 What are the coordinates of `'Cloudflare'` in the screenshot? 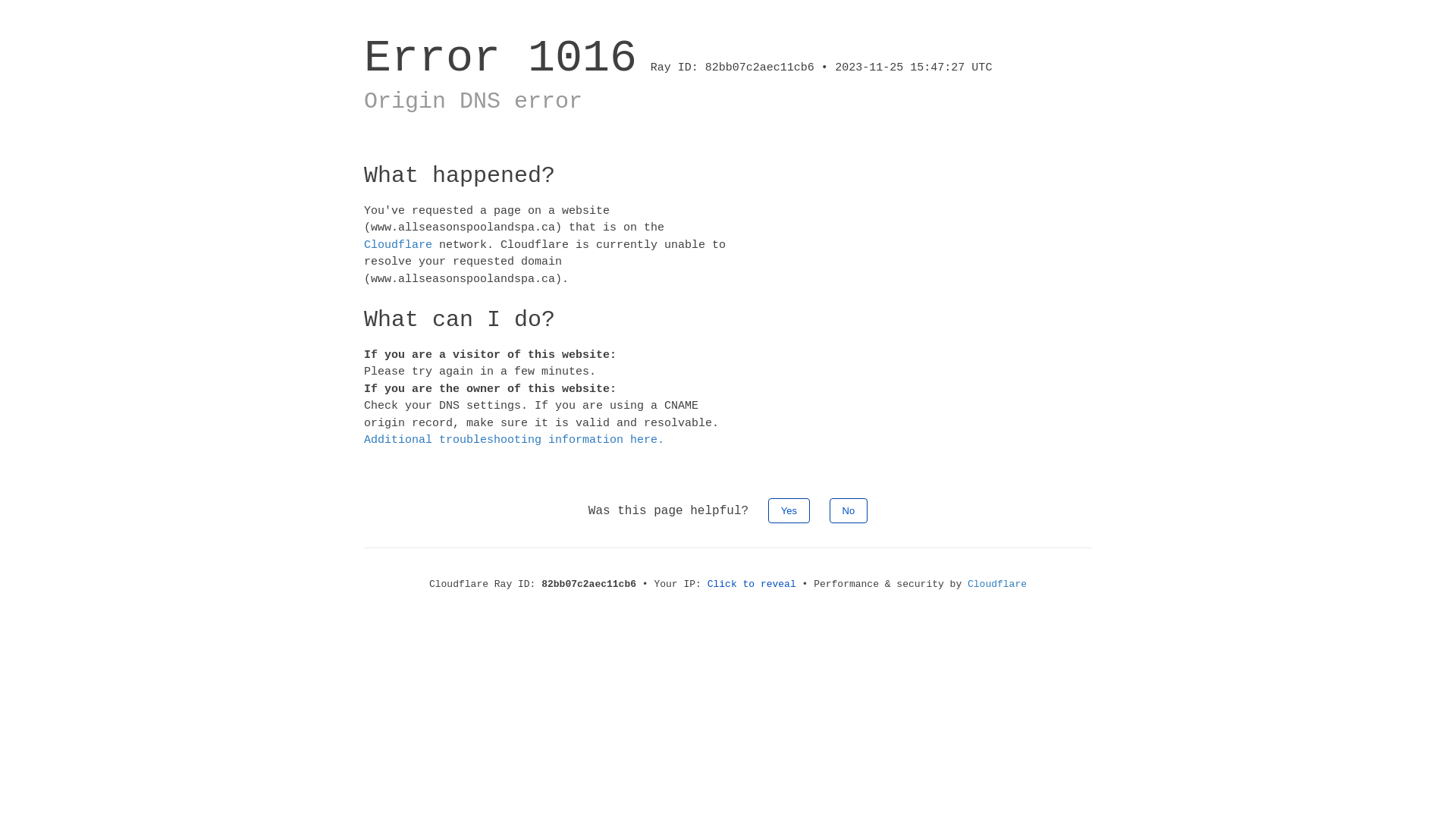 It's located at (364, 243).